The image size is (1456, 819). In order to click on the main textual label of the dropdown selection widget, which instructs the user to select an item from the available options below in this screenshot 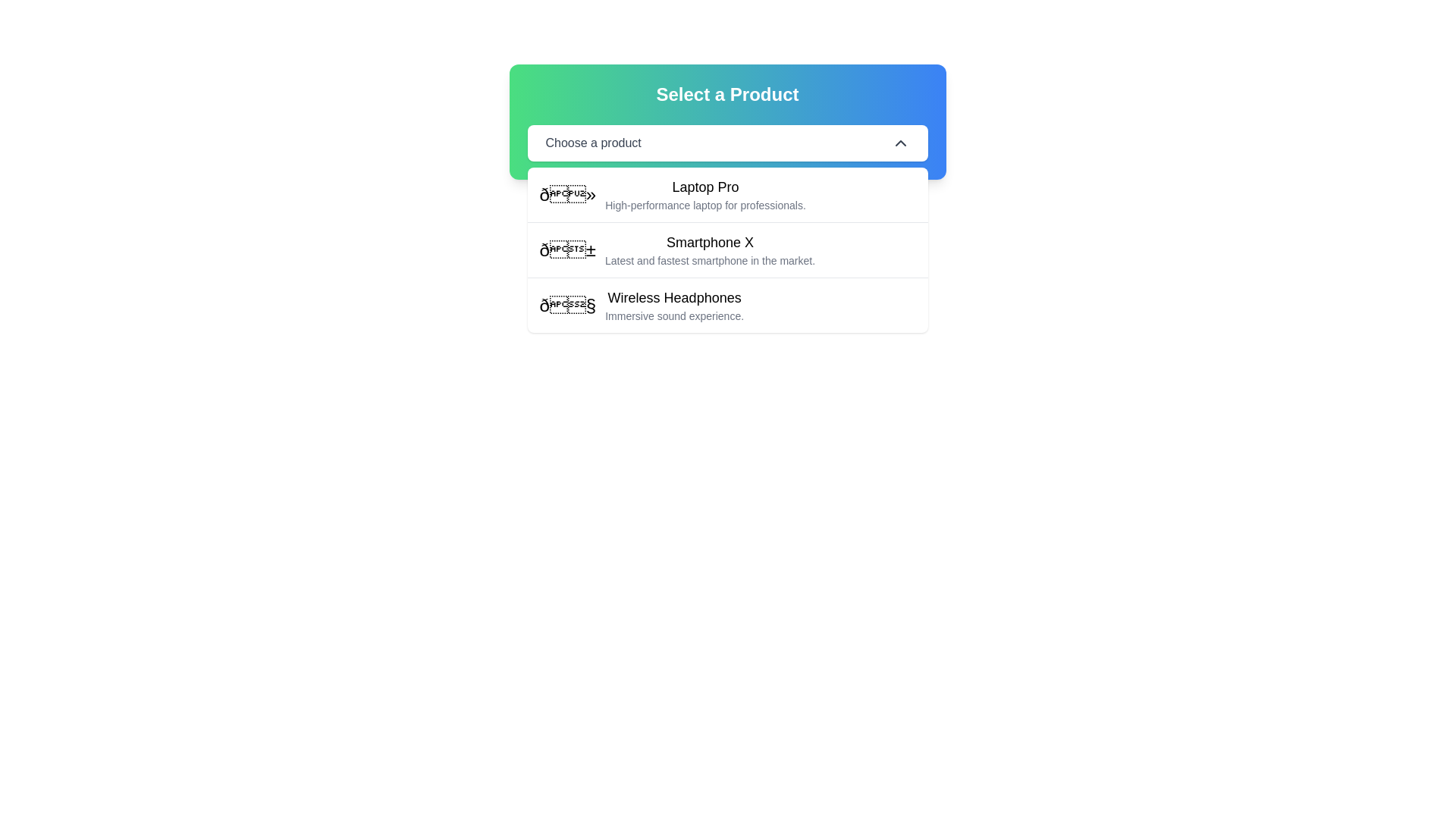, I will do `click(592, 143)`.